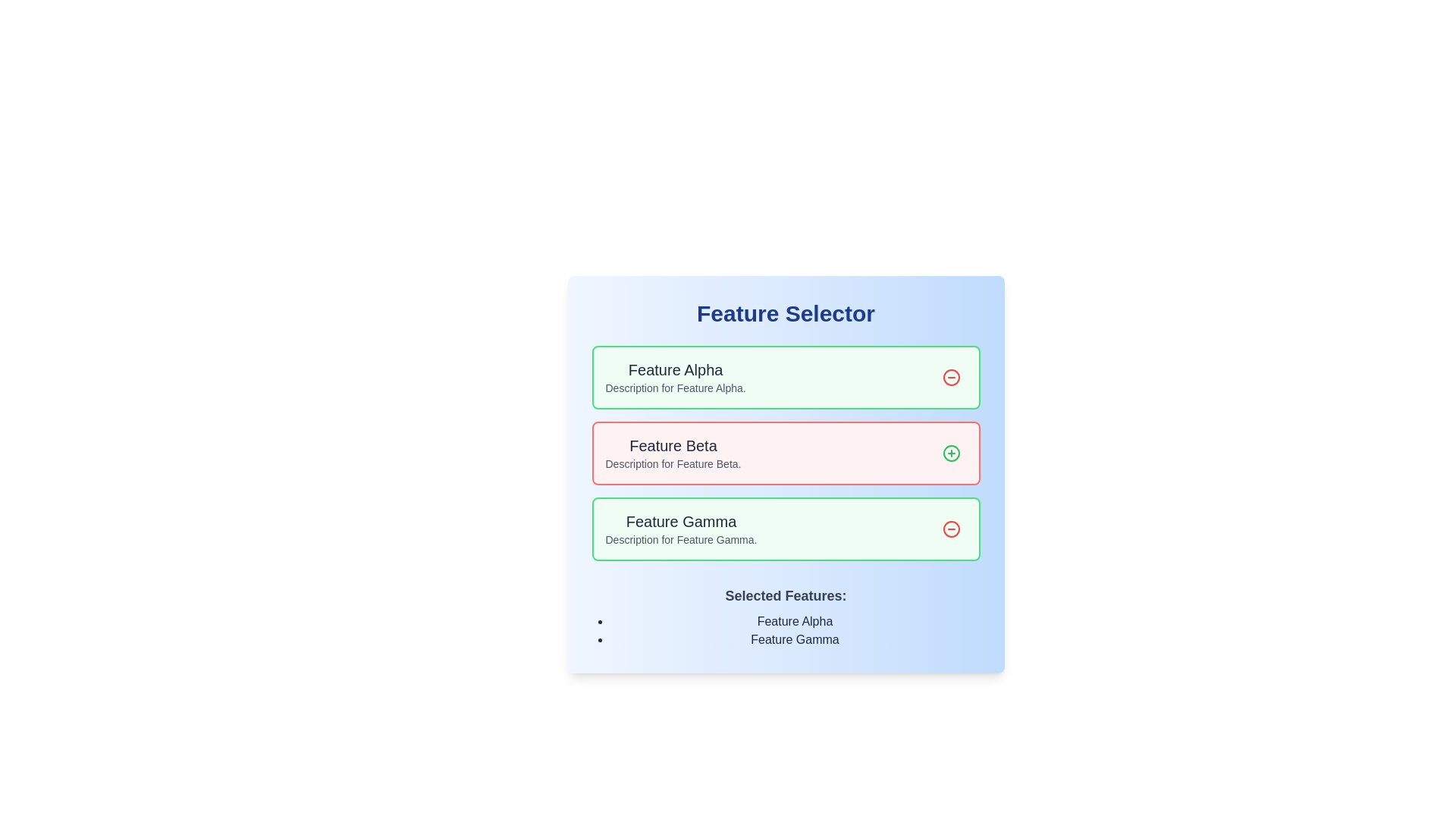 The height and width of the screenshot is (819, 1456). I want to click on the second feature card in the 'Feature Selector' section, so click(786, 452).